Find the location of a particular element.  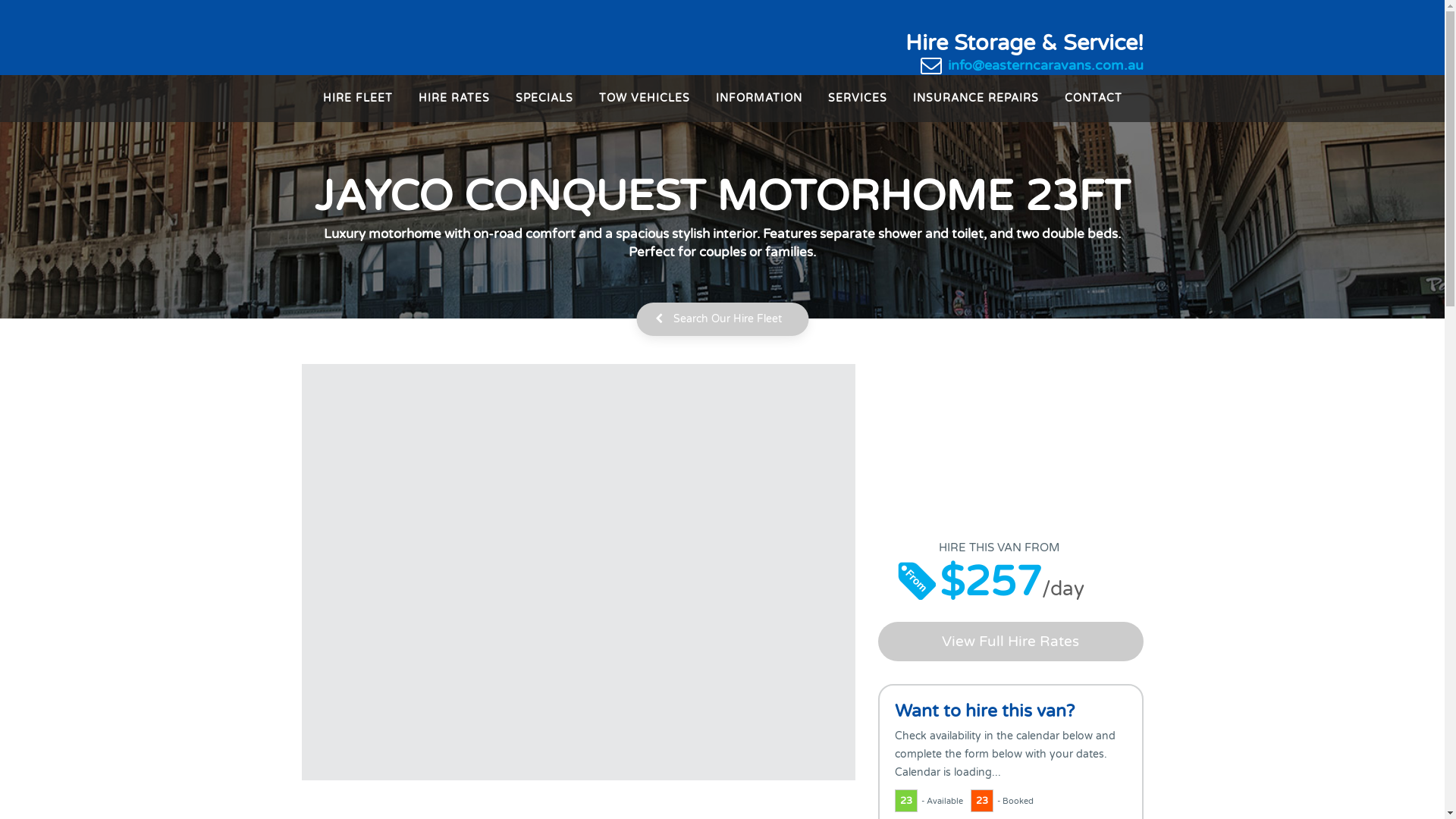

'View Full Hire Rates' is located at coordinates (1011, 641).